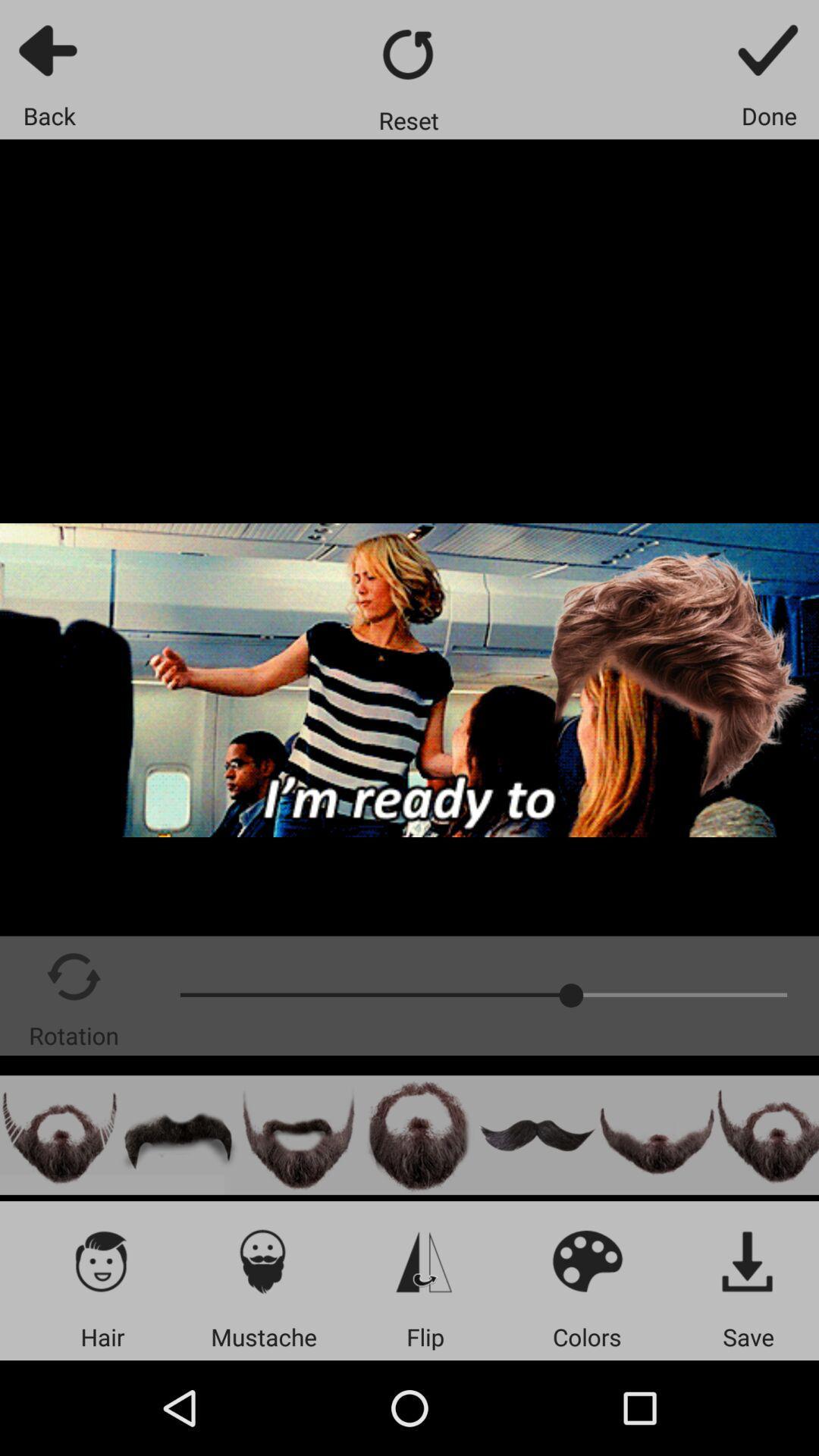 The height and width of the screenshot is (1456, 819). What do you see at coordinates (58, 1135) in the screenshot?
I see `choose a style` at bounding box center [58, 1135].